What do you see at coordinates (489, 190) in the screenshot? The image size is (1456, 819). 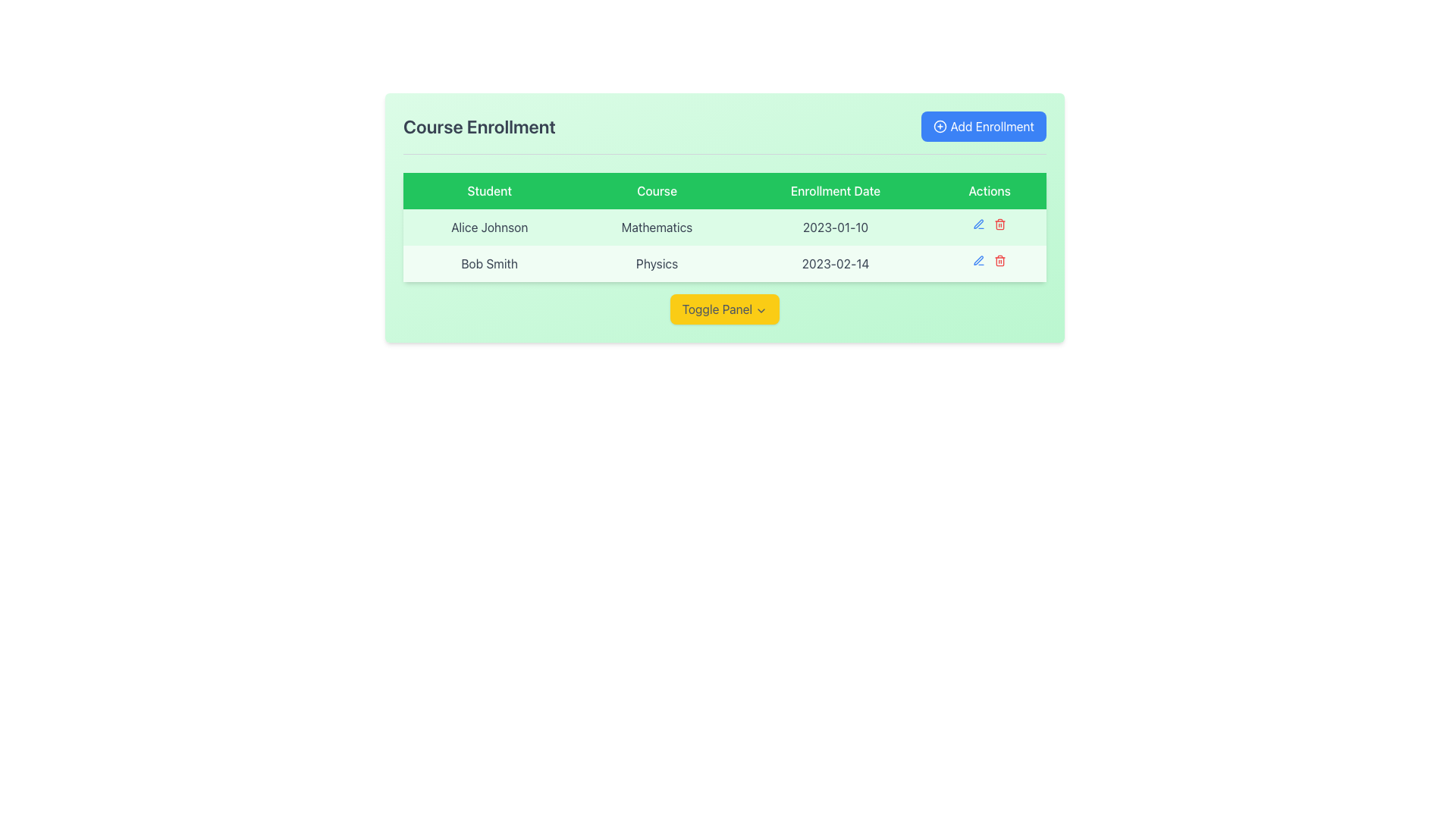 I see `the 'Student' column header cell in the data table, which is located in the first column of the header row and indicates data related to students' names` at bounding box center [489, 190].